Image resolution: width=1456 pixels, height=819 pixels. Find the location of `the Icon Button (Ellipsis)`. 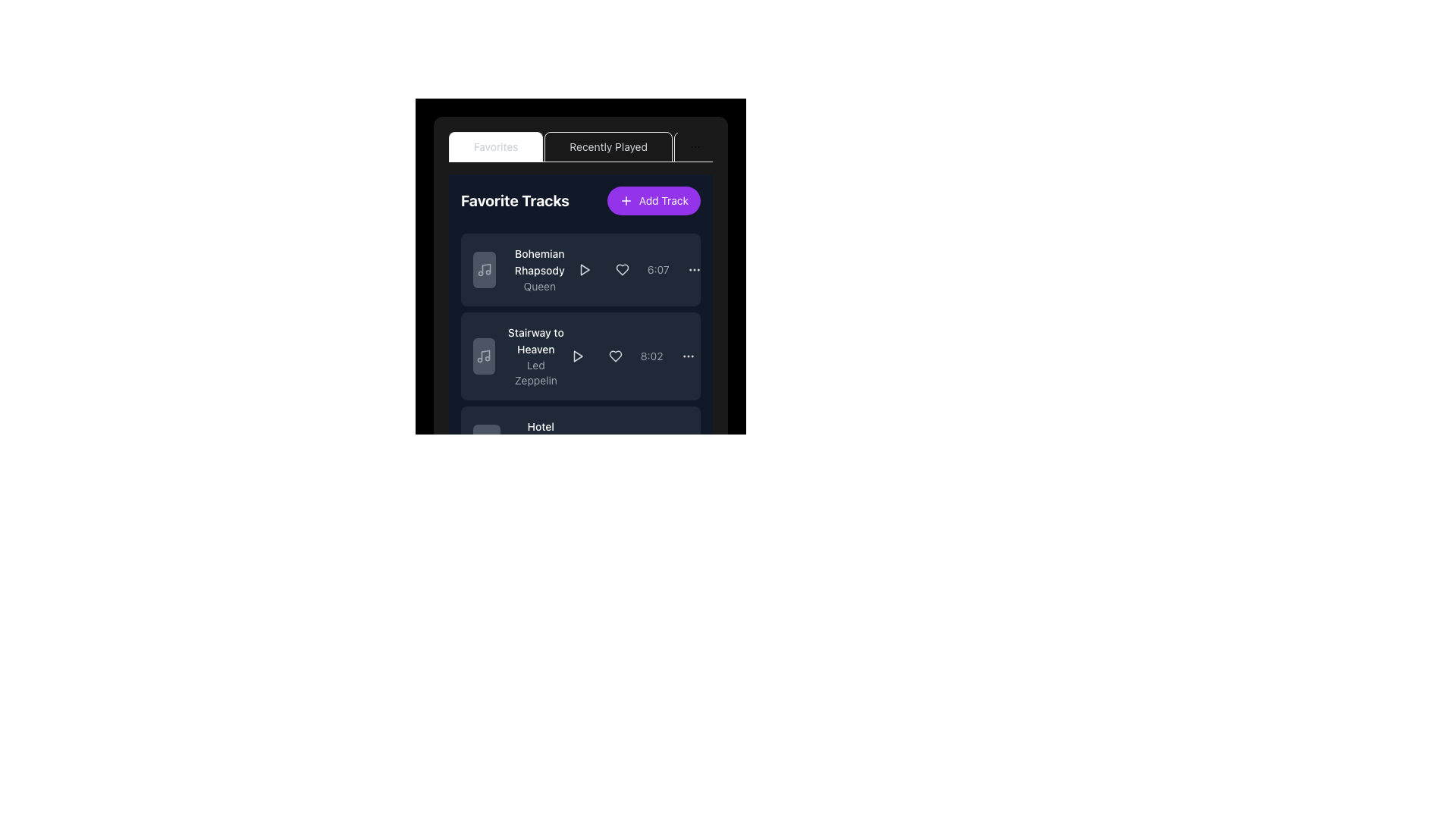

the Icon Button (Ellipsis) is located at coordinates (693, 268).